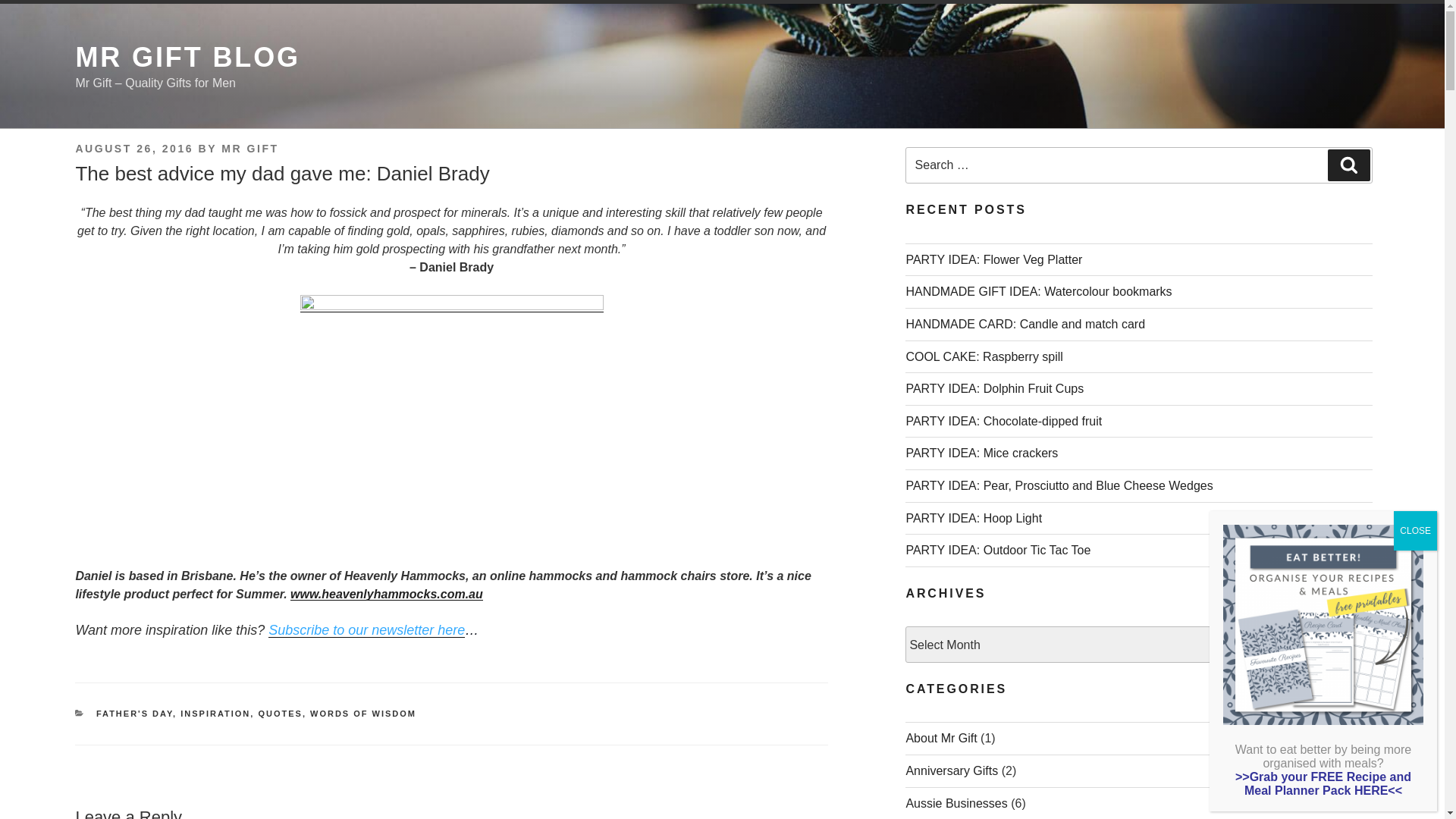  I want to click on 'INSPIRATION', so click(180, 714).